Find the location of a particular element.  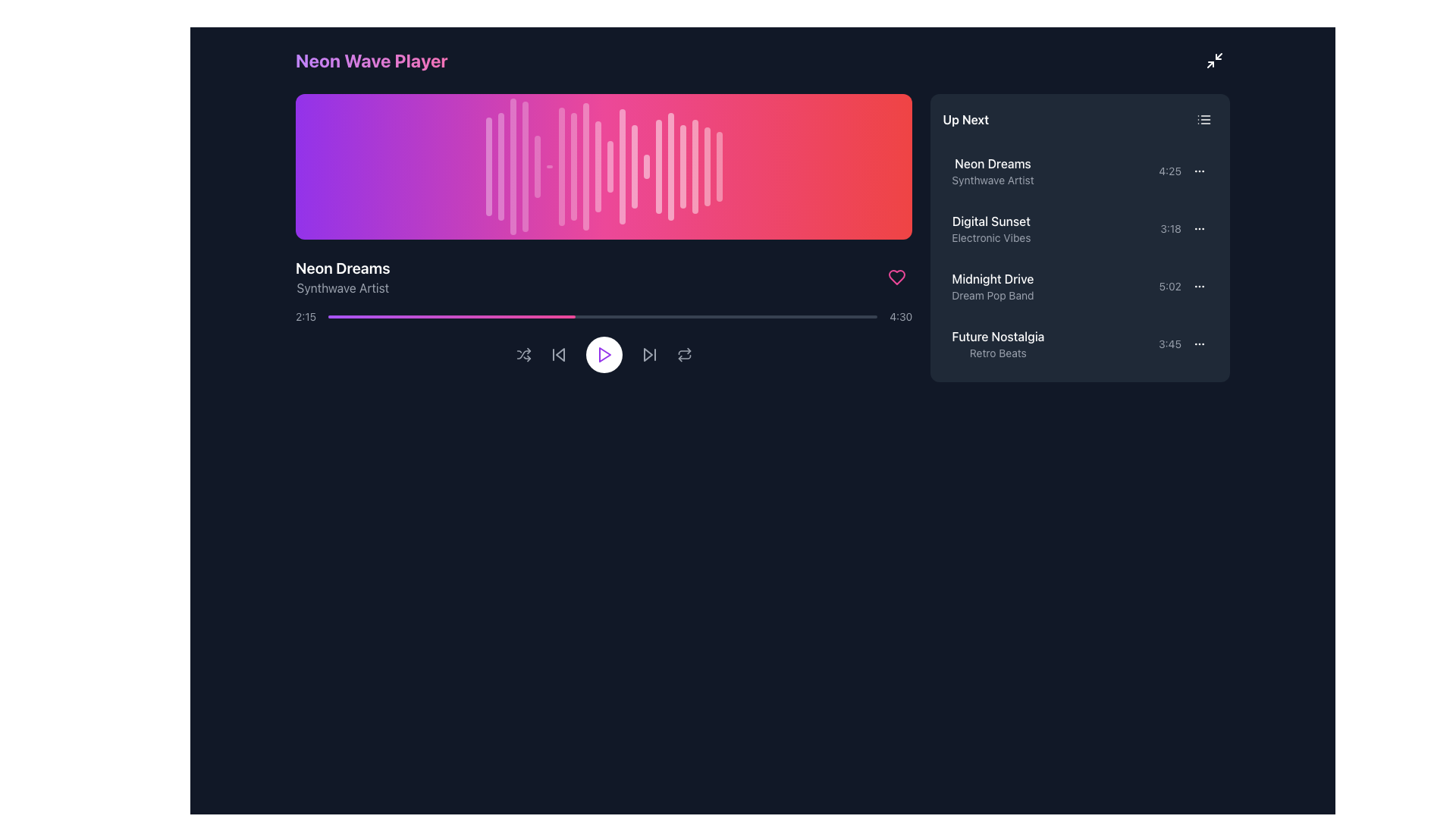

playback position is located at coordinates (431, 315).